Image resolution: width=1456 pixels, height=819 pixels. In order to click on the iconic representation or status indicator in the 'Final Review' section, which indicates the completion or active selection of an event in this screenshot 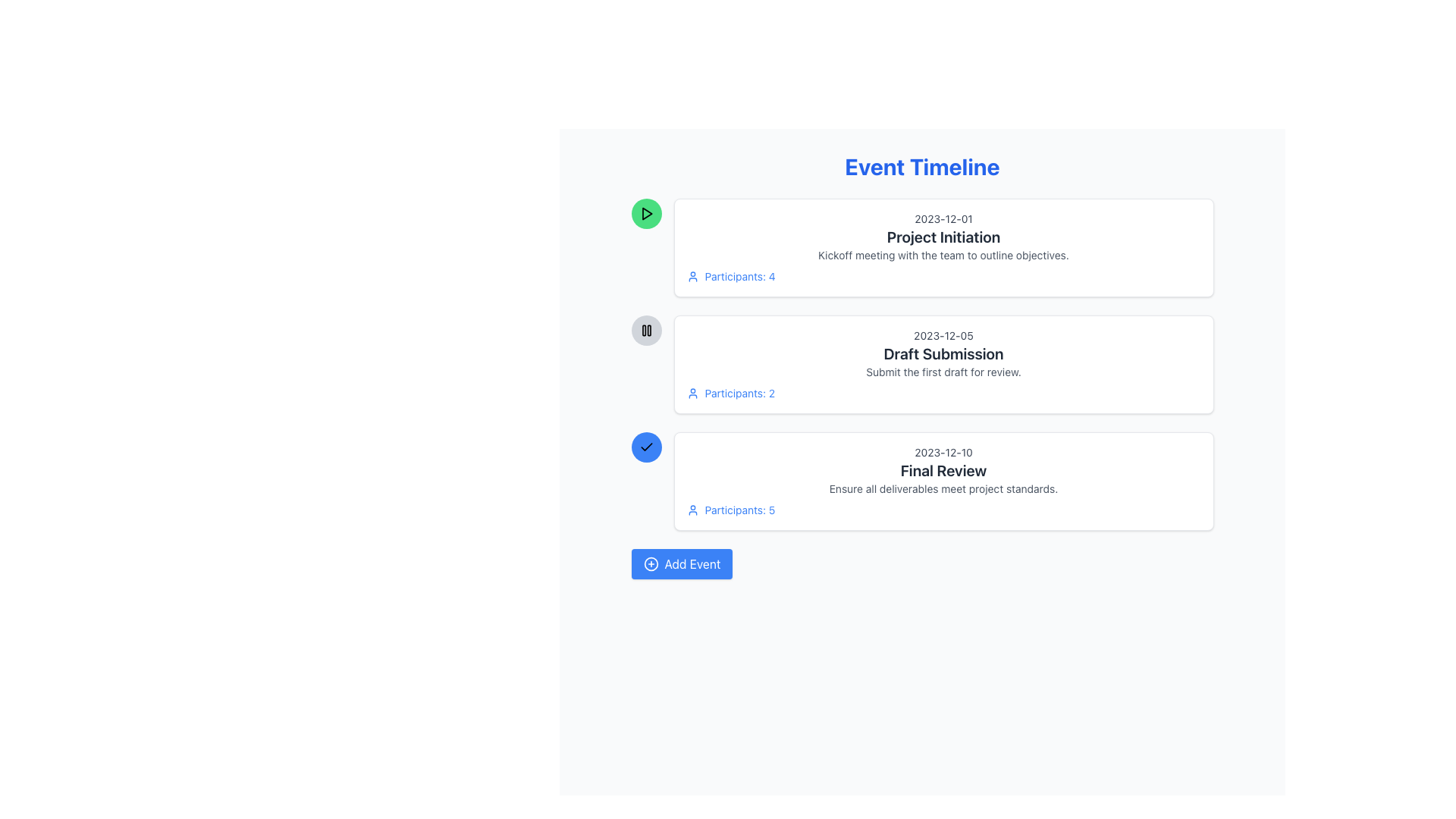, I will do `click(646, 447)`.